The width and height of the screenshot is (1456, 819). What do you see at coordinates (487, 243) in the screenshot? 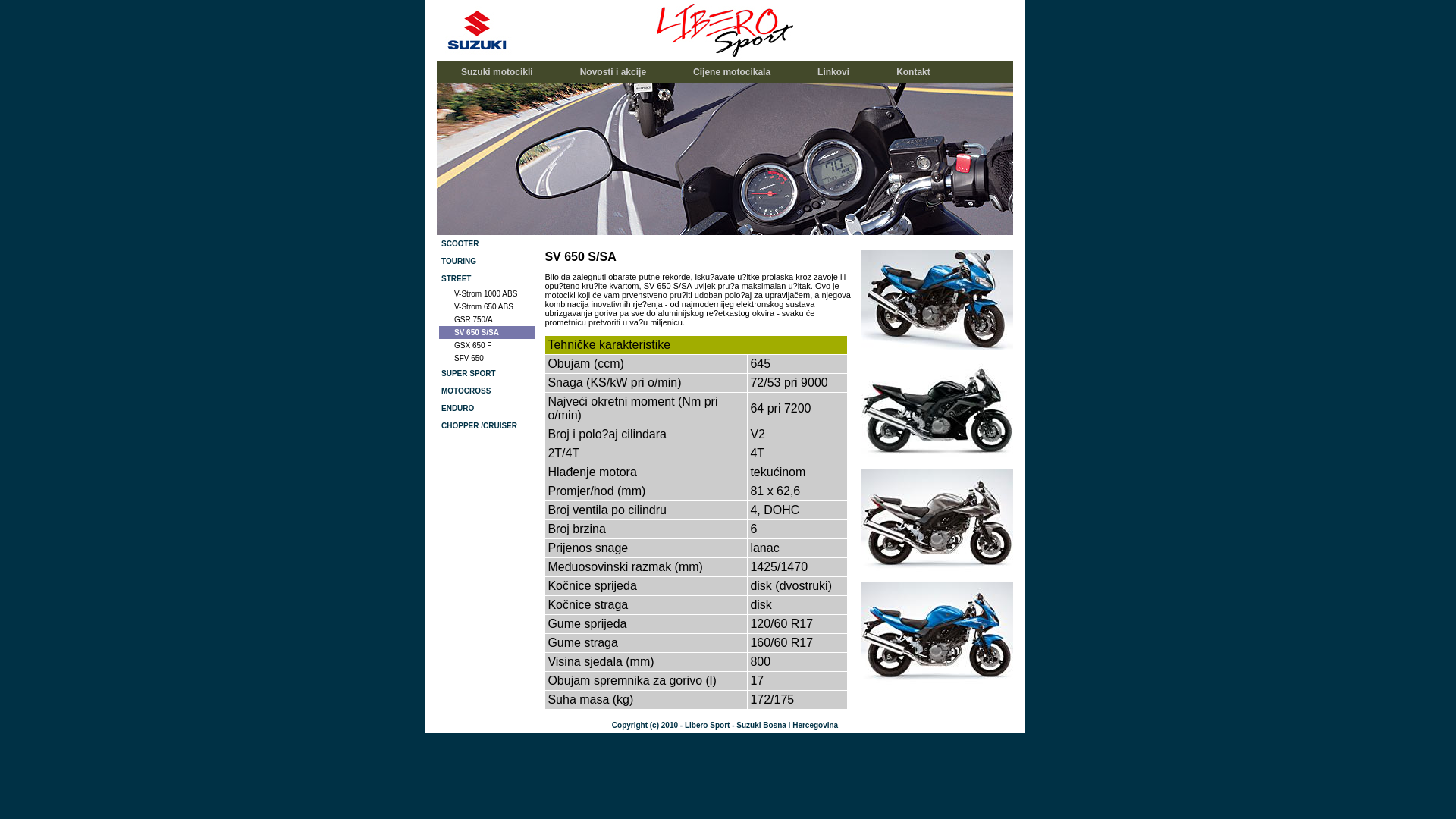
I see `'SCOOTER'` at bounding box center [487, 243].